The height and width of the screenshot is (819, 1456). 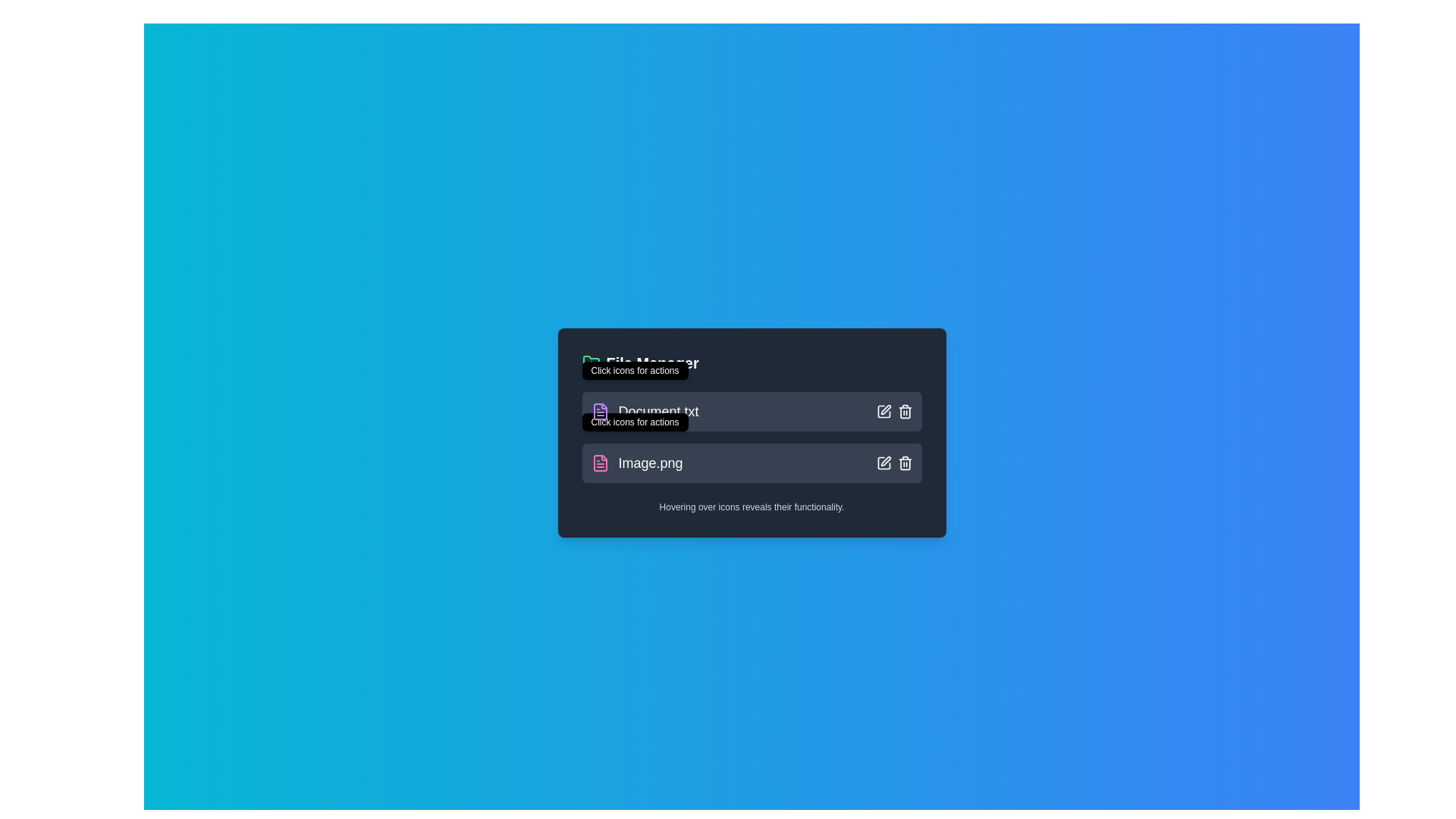 What do you see at coordinates (752, 507) in the screenshot?
I see `the informational static text that provides guidance on interacting with the icons displayed in the interface, located at the bottom of the panel` at bounding box center [752, 507].